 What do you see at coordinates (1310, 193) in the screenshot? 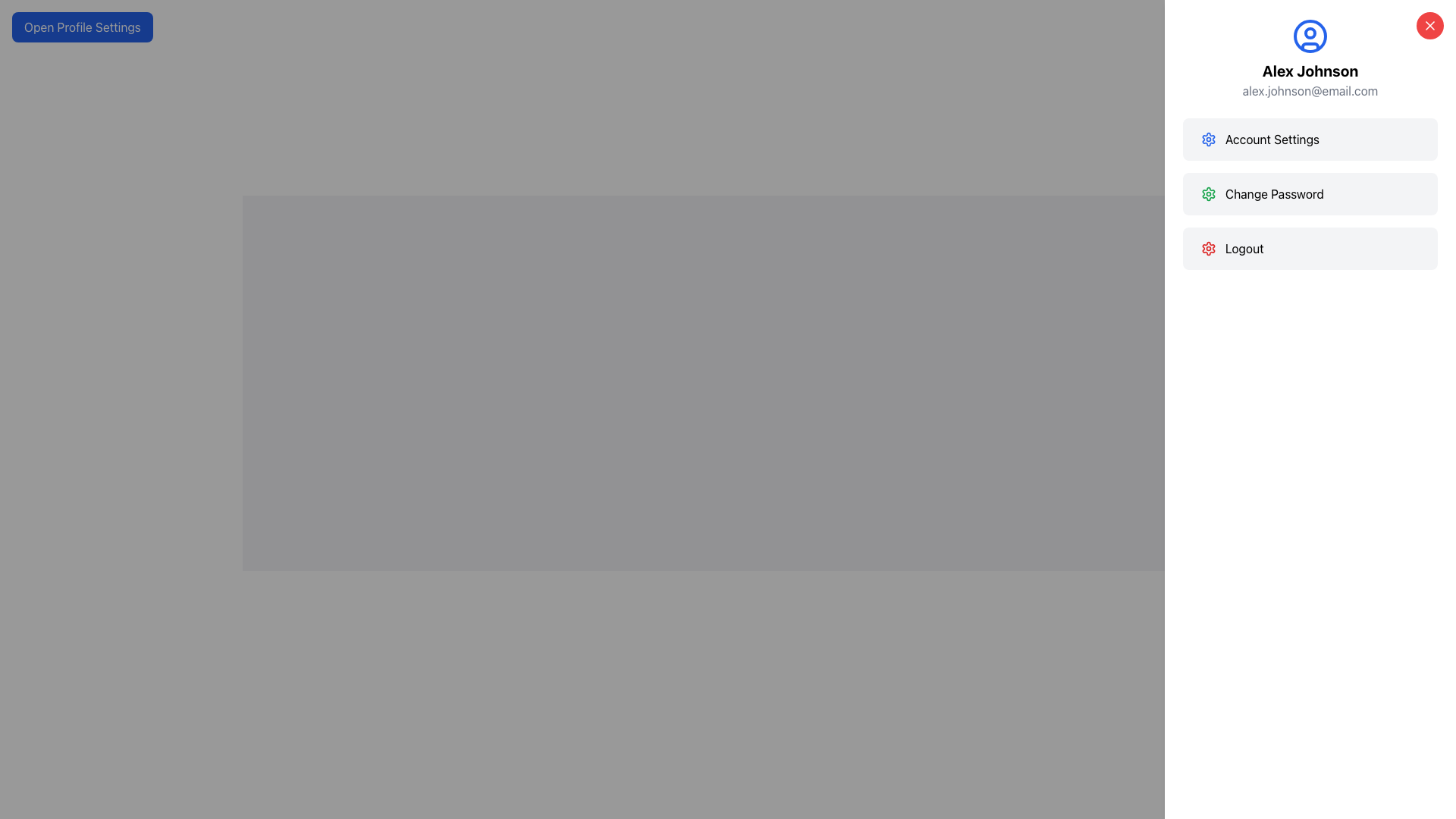
I see `the button for changing the password, which is located in the right-hand panel between 'Account Settings' and 'Logout'` at bounding box center [1310, 193].